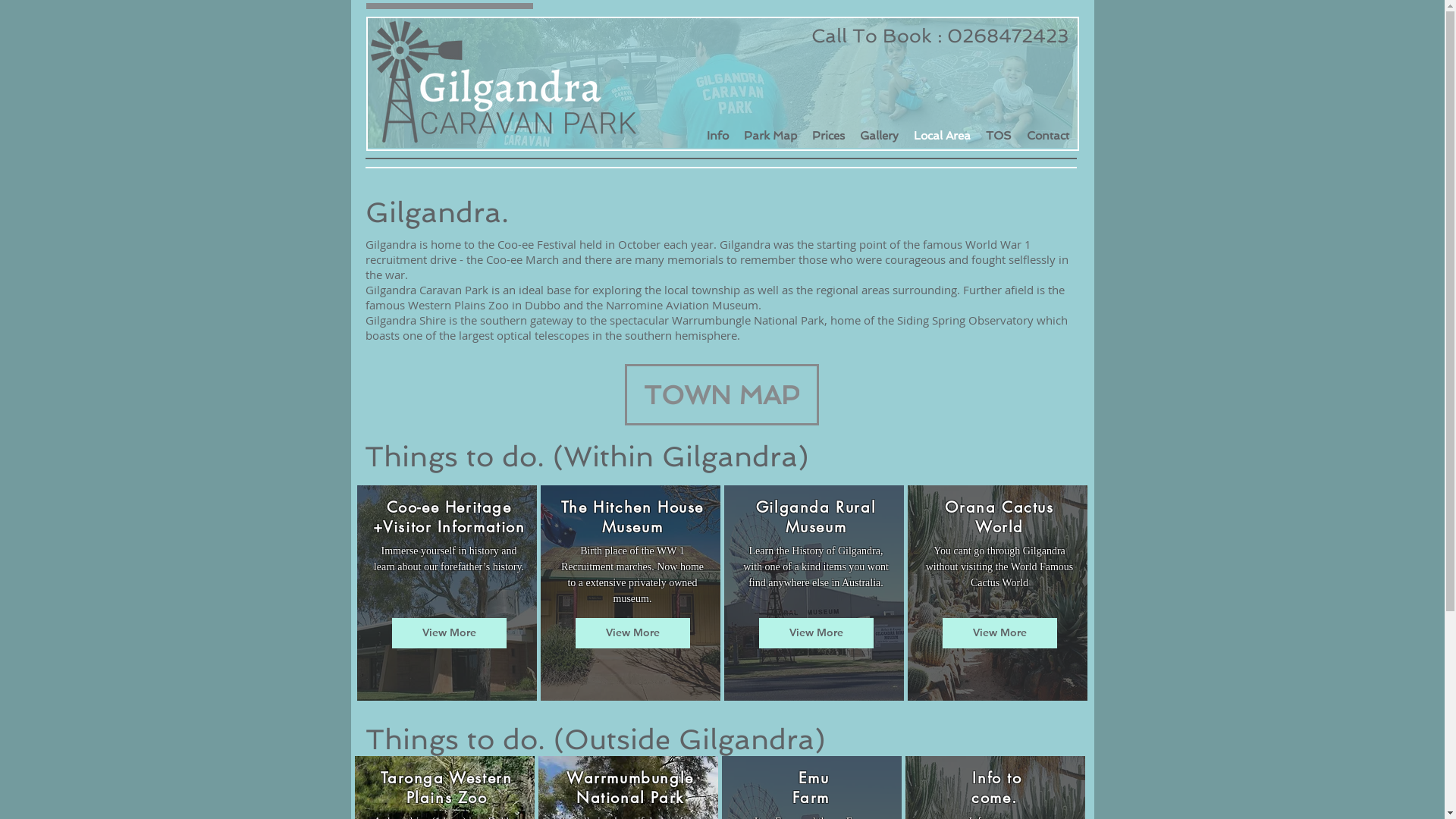  Describe the element at coordinates (803, 134) in the screenshot. I see `'Prices'` at that location.